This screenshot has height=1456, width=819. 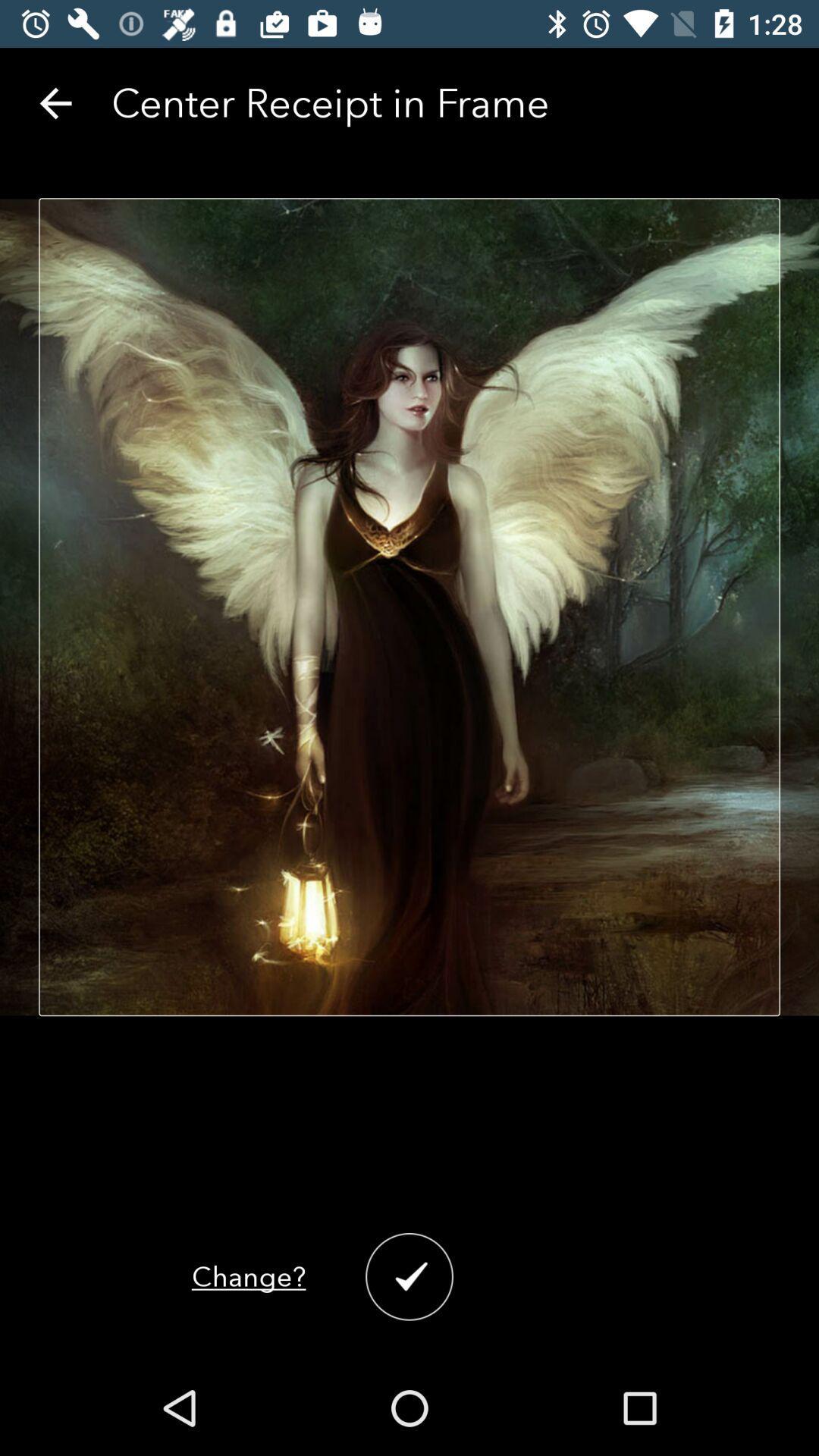 What do you see at coordinates (55, 102) in the screenshot?
I see `the icon to the left of the center receipt in item` at bounding box center [55, 102].